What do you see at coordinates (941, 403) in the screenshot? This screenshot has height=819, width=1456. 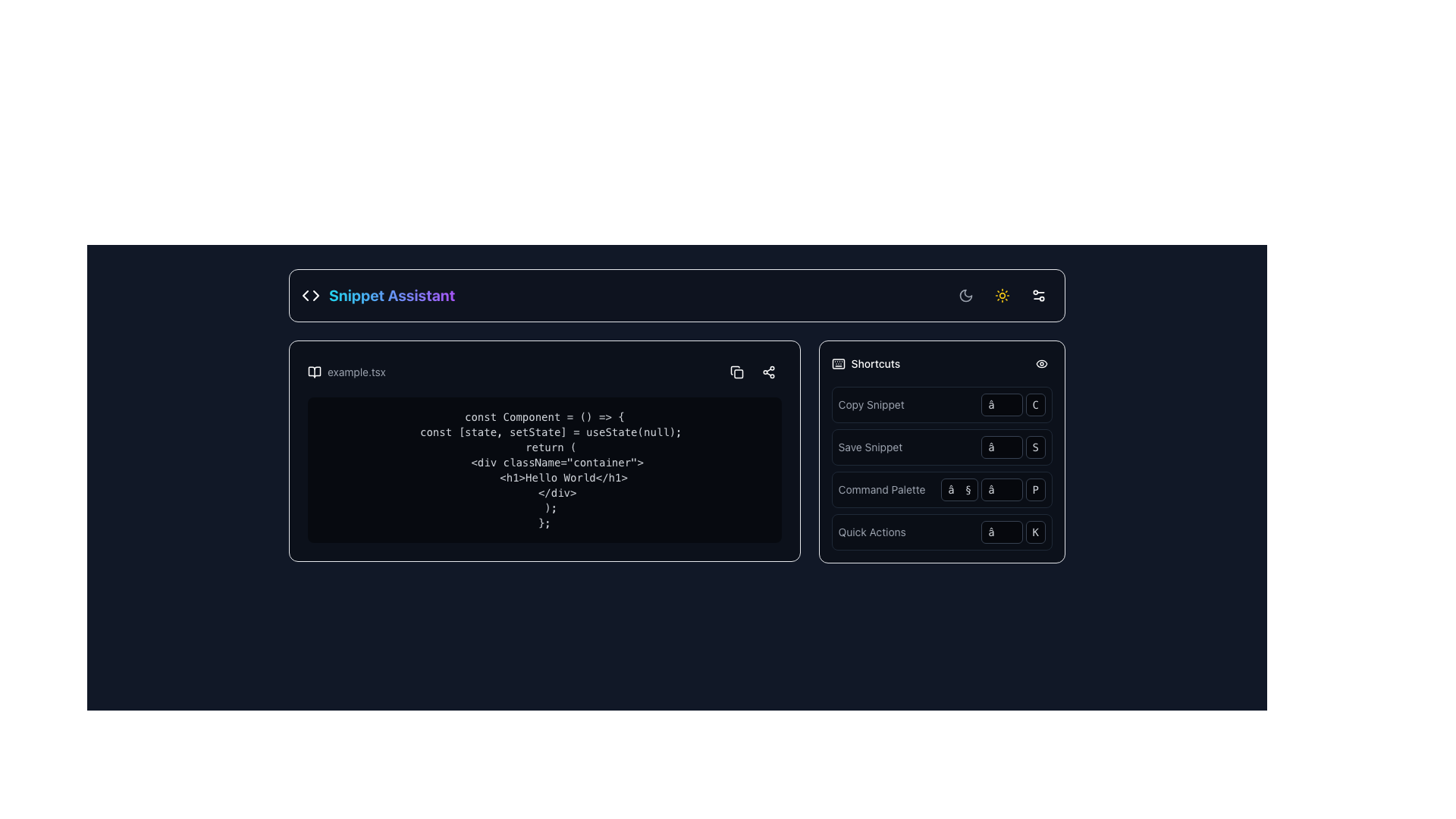 I see `the first shortcut button in the right-hand panel that displays a code snippet and its associated keyboard shortcut` at bounding box center [941, 403].